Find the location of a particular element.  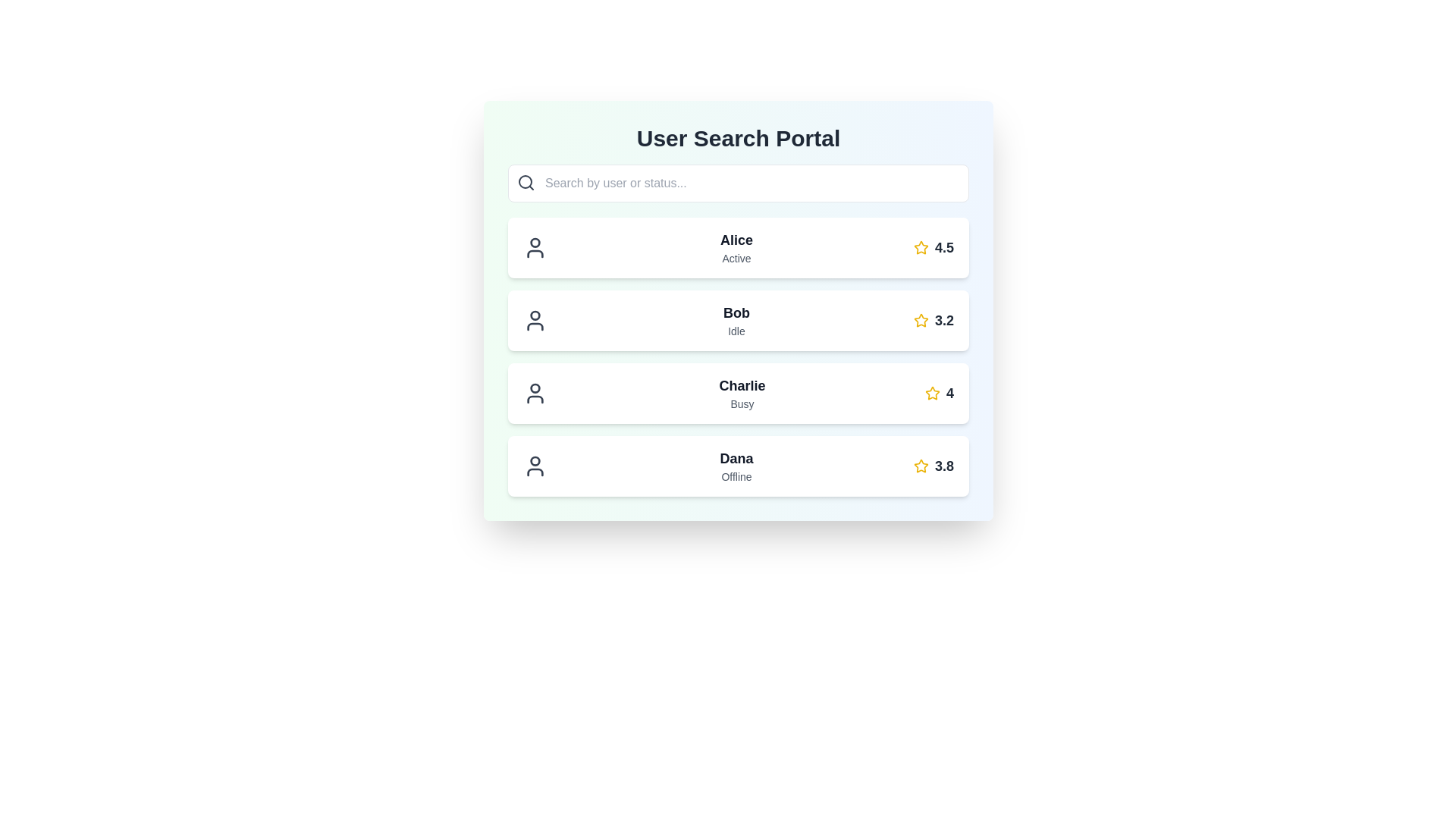

the rating indicator icon located next to the numeric value for user 'Charlie' is located at coordinates (931, 392).